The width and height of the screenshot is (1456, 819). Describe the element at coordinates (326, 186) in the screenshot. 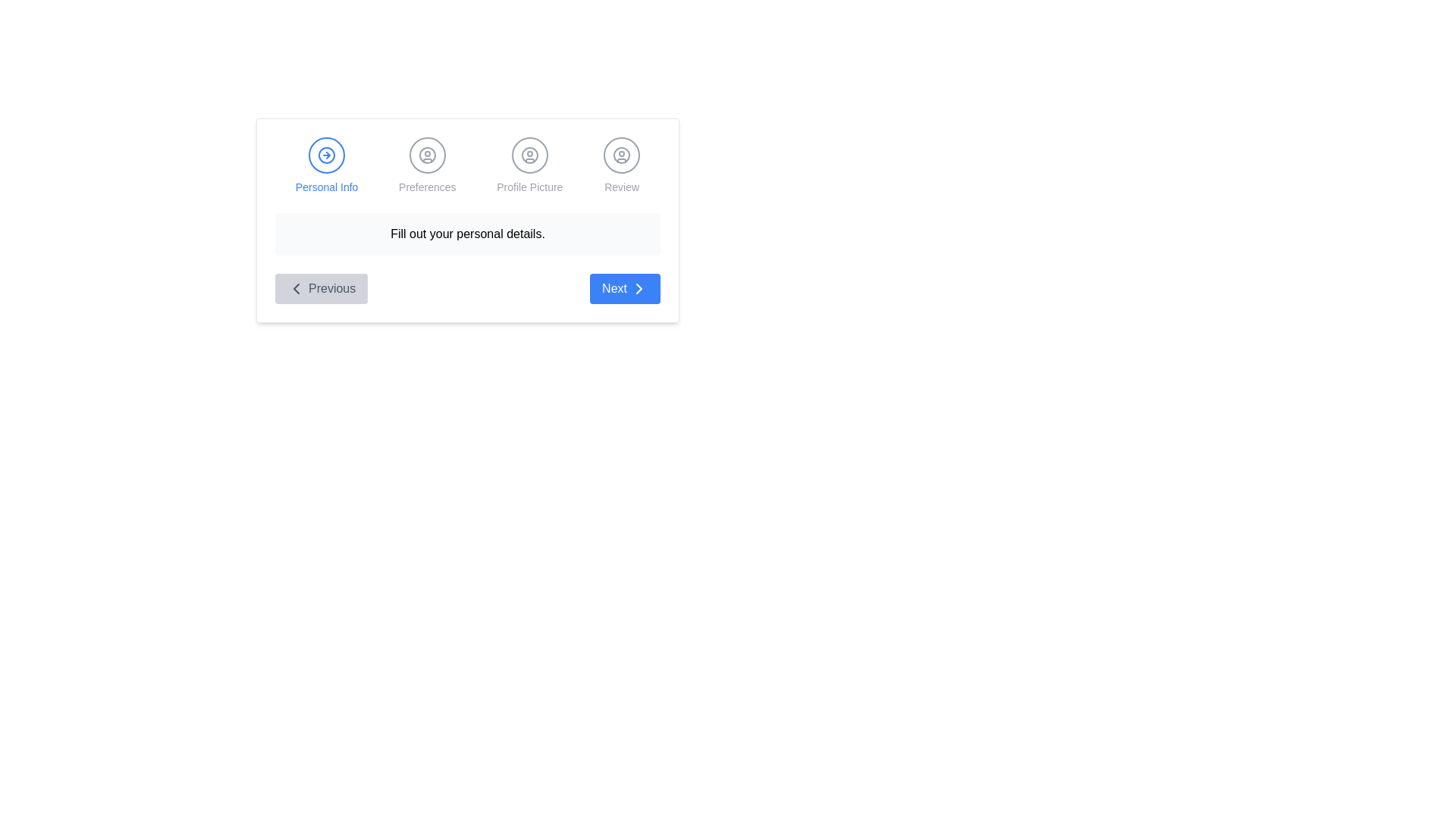

I see `the static text label that identifies the section or step of a process, located below the circular icon with an arrow symbol` at that location.